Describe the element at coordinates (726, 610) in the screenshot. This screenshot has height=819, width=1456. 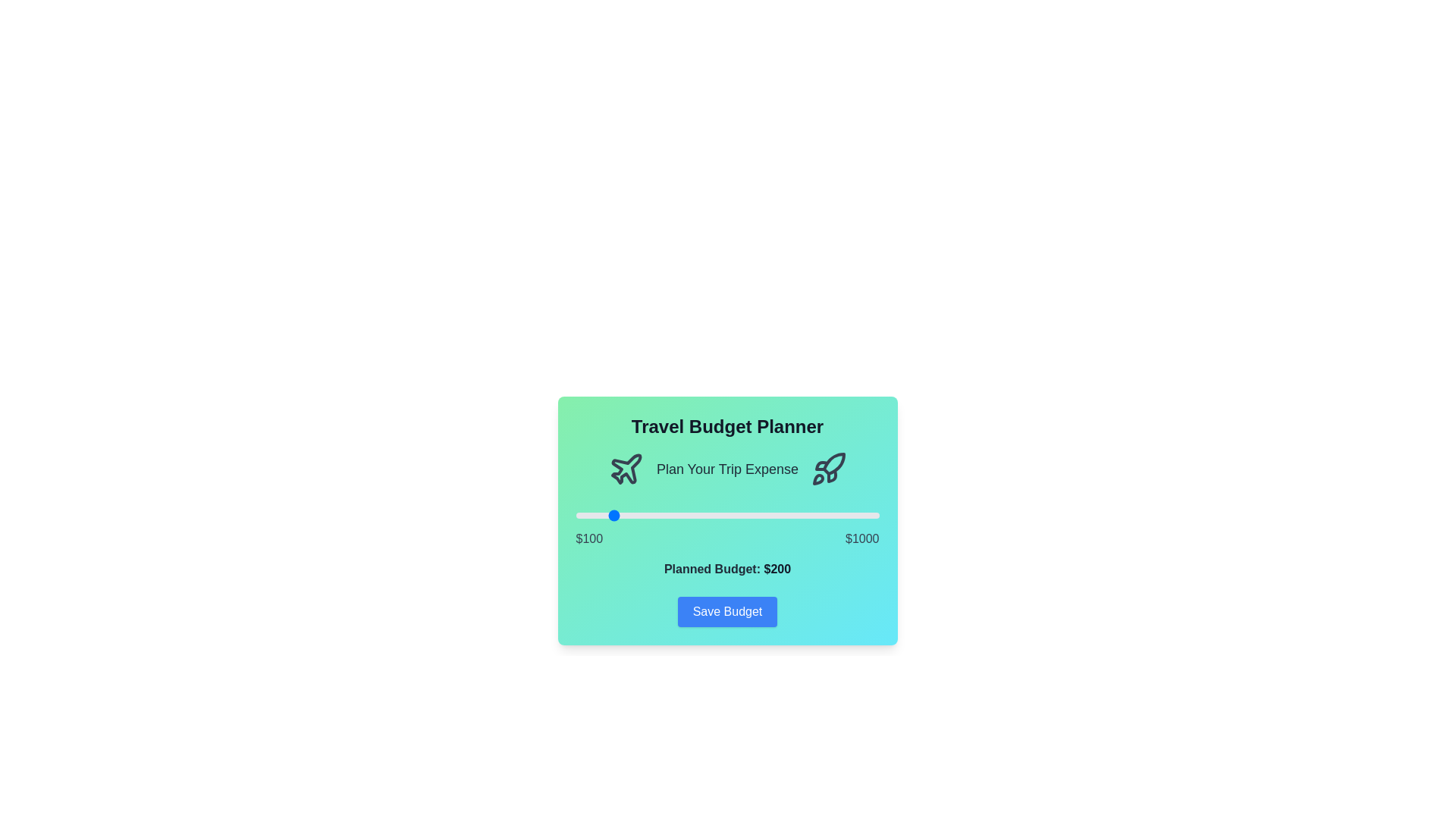
I see `the 'Save Budget' button to save the current planned budget` at that location.